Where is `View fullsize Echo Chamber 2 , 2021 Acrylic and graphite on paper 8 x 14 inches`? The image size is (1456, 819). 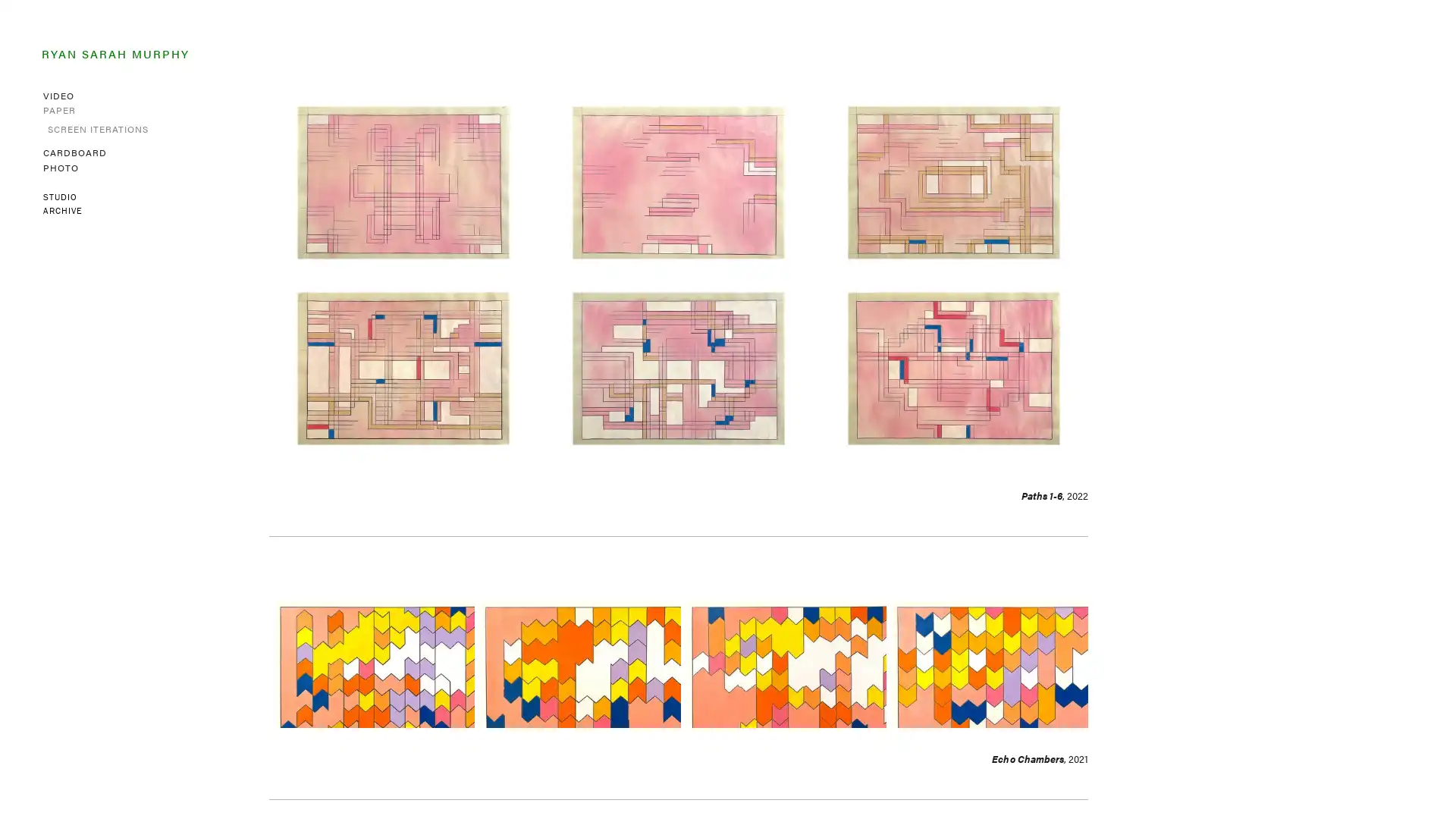 View fullsize Echo Chamber 2 , 2021 Acrylic and graphite on paper 8 x 14 inches is located at coordinates (574, 647).